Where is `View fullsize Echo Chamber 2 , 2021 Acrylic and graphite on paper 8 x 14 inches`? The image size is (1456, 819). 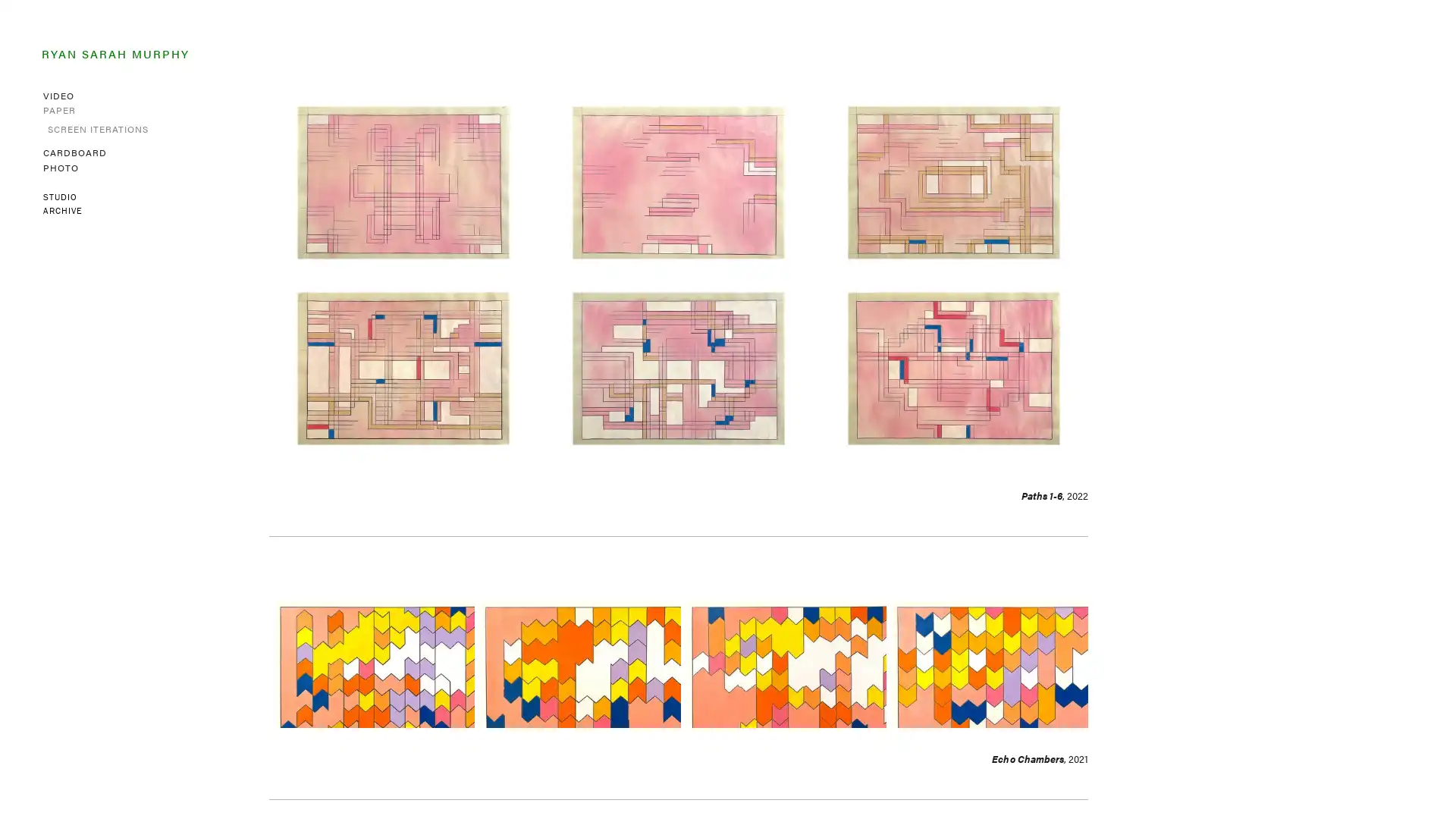 View fullsize Echo Chamber 2 , 2021 Acrylic and graphite on paper 8 x 14 inches is located at coordinates (574, 647).